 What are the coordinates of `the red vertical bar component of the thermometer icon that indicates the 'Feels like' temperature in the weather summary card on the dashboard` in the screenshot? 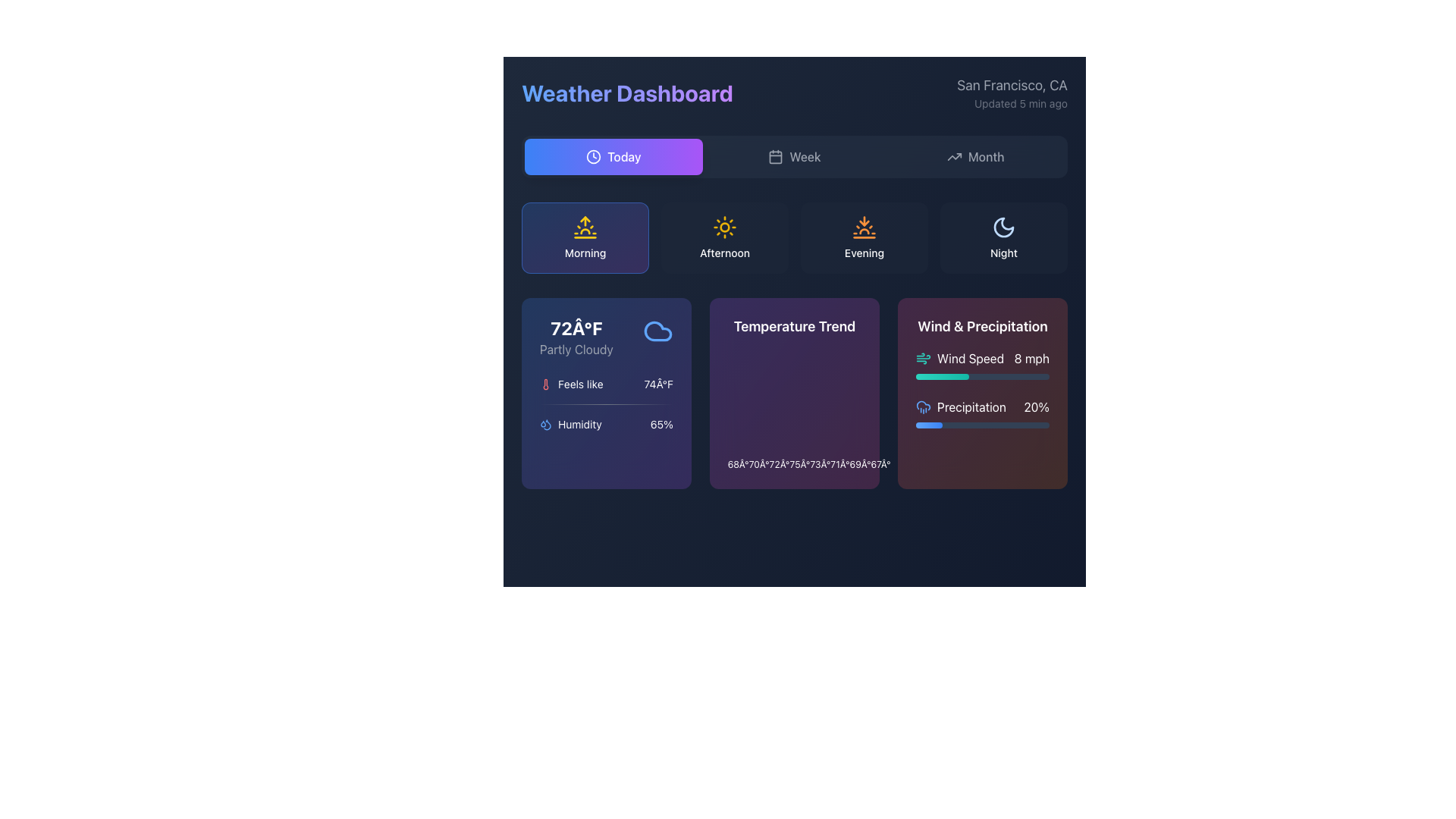 It's located at (546, 383).